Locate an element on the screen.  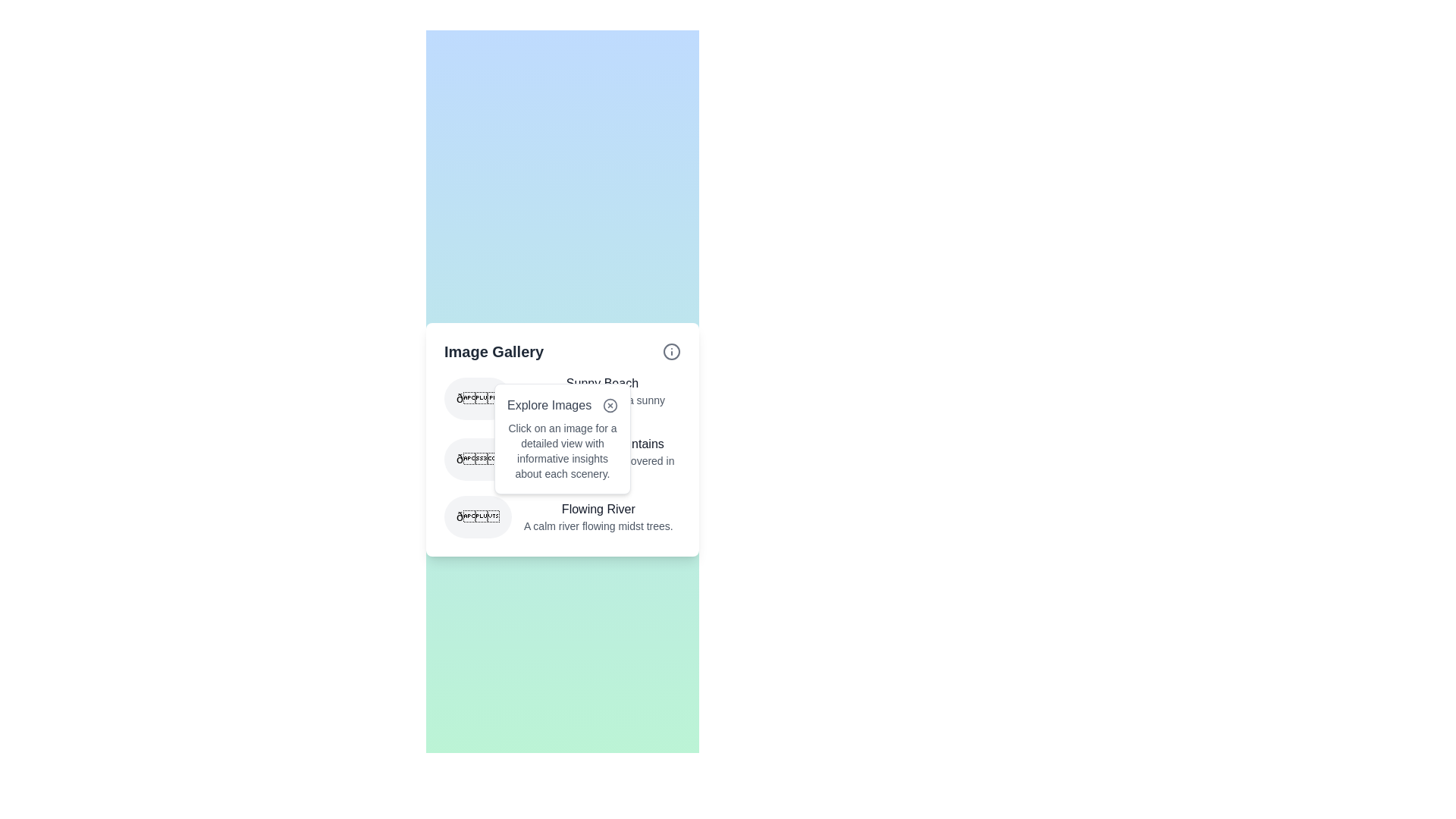
the content of the text-based label (heading) that reads 'Majestic Mountains' for informational purposes is located at coordinates (612, 444).